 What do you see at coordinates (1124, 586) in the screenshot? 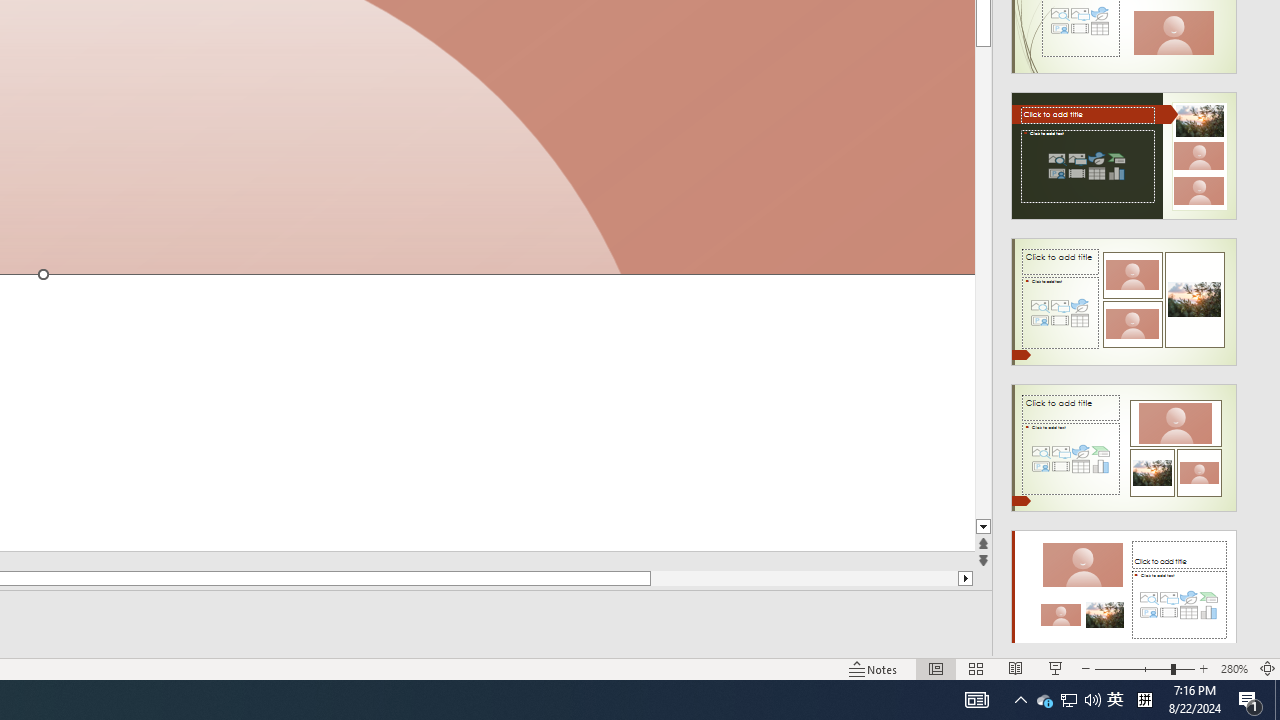
I see `'Design Idea'` at bounding box center [1124, 586].